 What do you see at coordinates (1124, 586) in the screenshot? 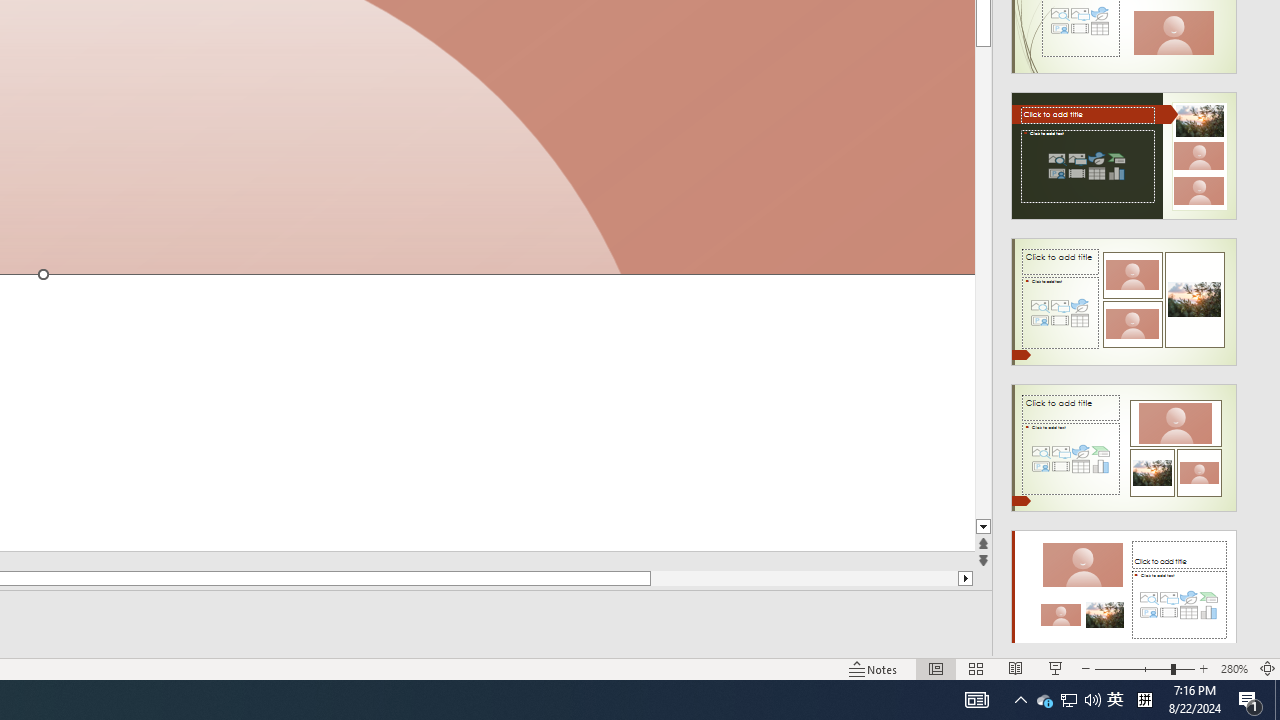
I see `'Design Idea'` at bounding box center [1124, 586].